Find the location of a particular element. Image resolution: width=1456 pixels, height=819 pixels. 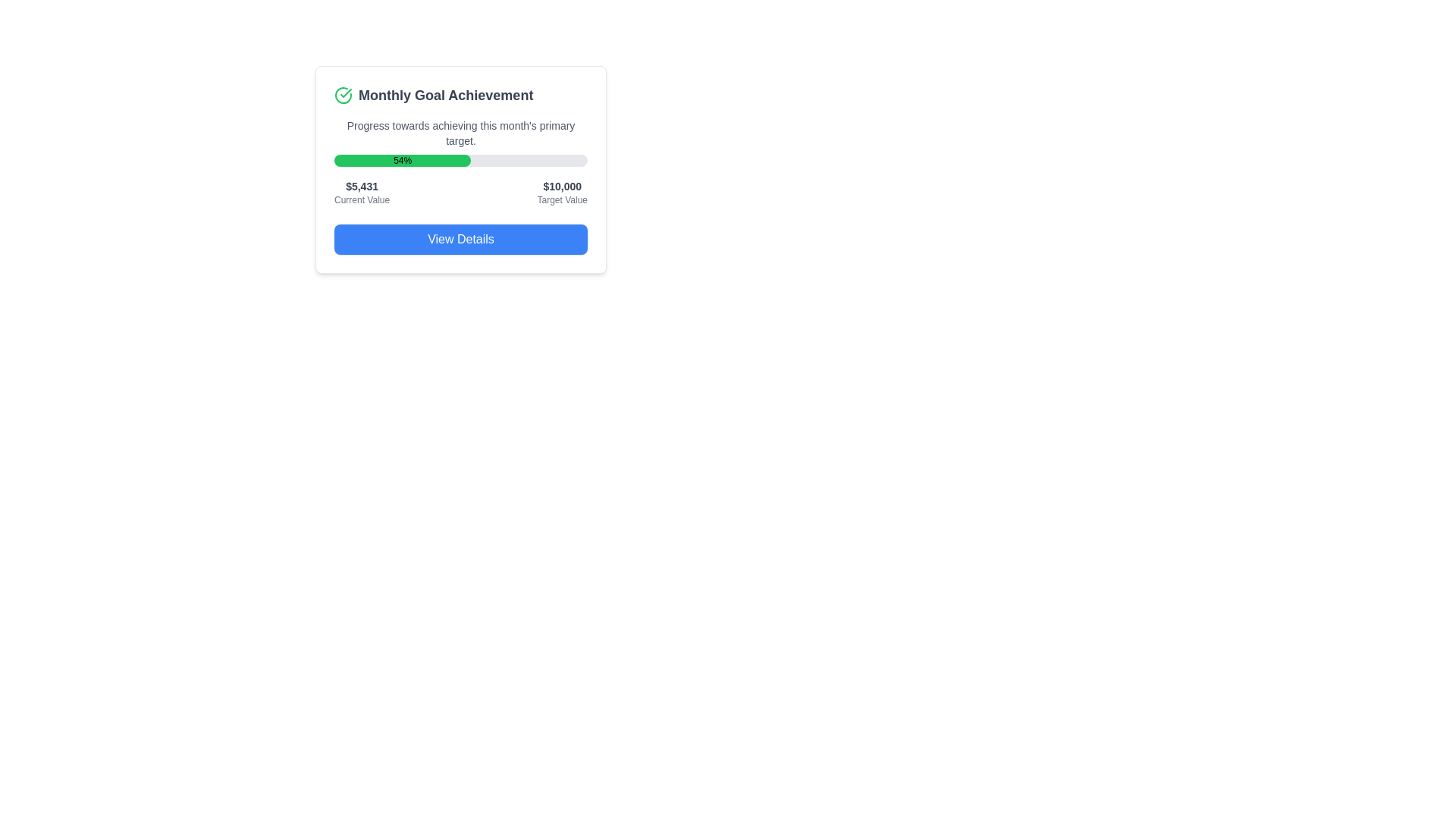

the green check mark graphic indicating successful status within the SVG of the 'Monthly Goal Achievement' card is located at coordinates (345, 93).